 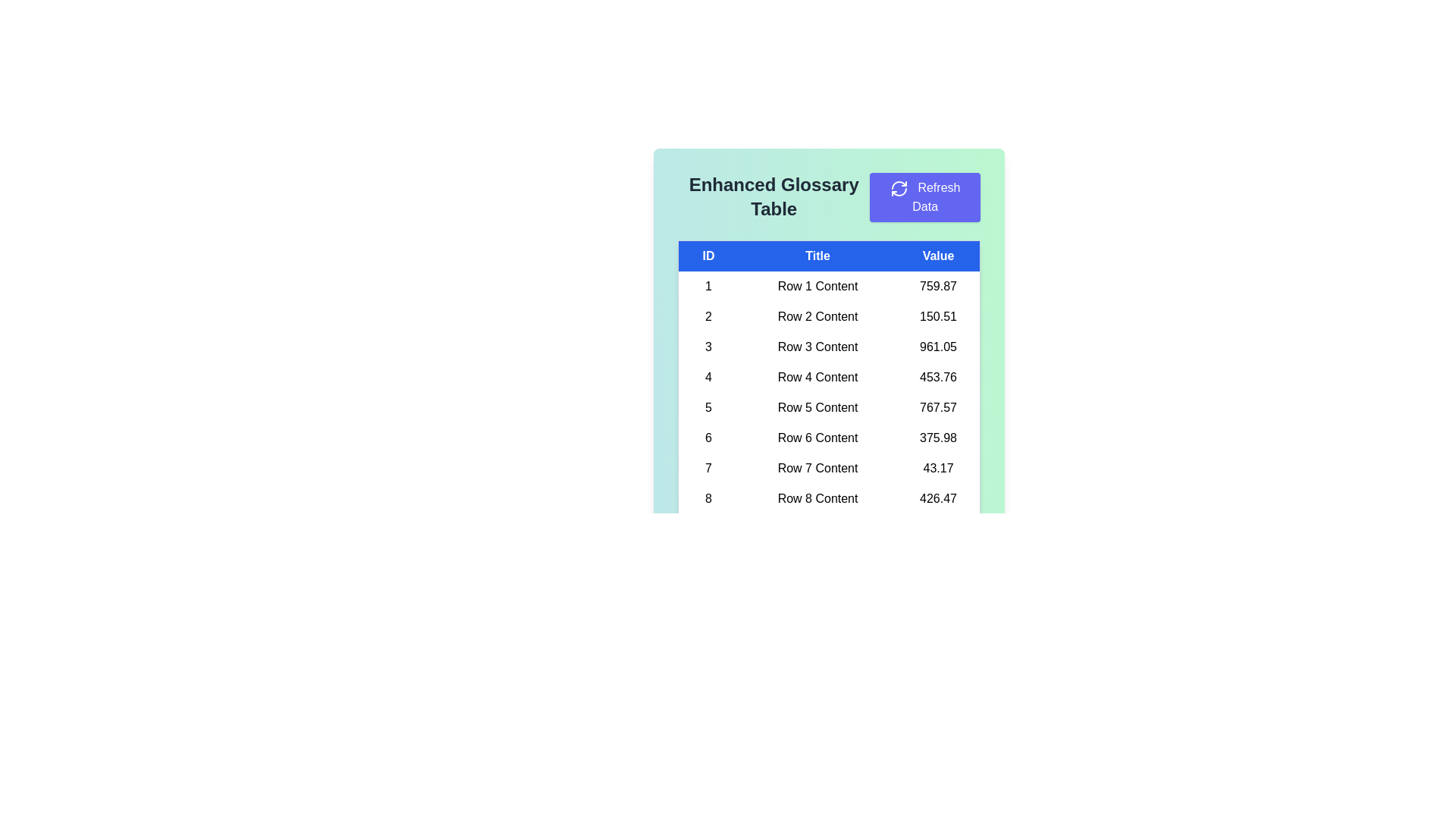 What do you see at coordinates (828, 255) in the screenshot?
I see `the header of the table to focus on the title` at bounding box center [828, 255].